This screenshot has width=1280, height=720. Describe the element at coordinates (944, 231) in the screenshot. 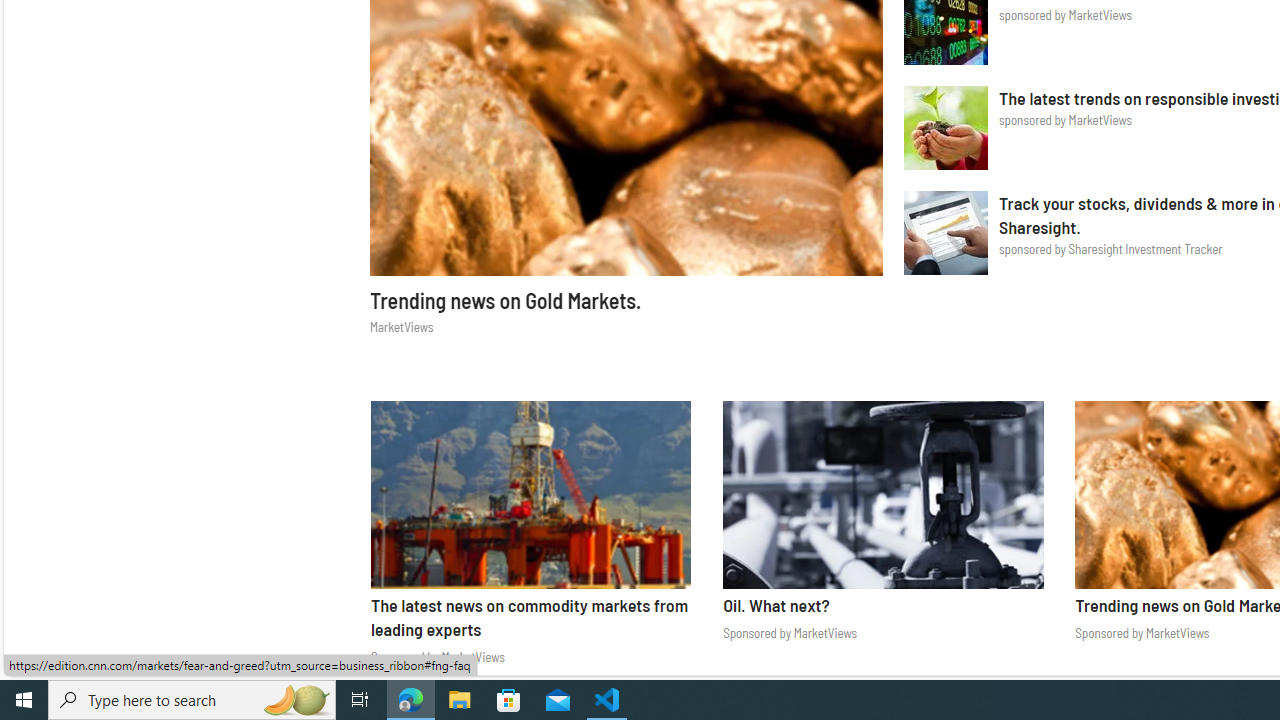

I see `'Sharesight Investment Tracker'` at that location.